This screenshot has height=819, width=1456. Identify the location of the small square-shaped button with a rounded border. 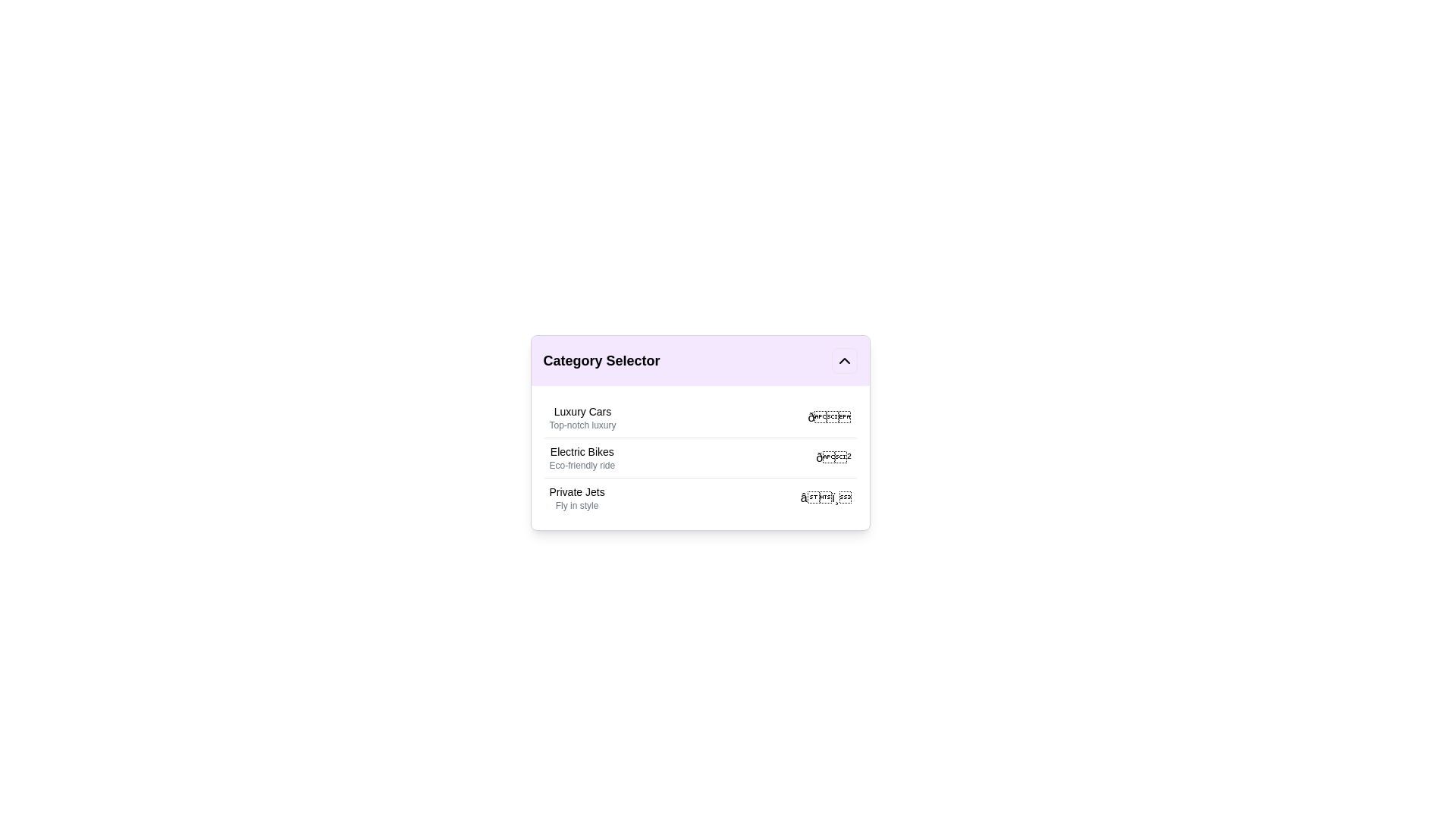
(843, 360).